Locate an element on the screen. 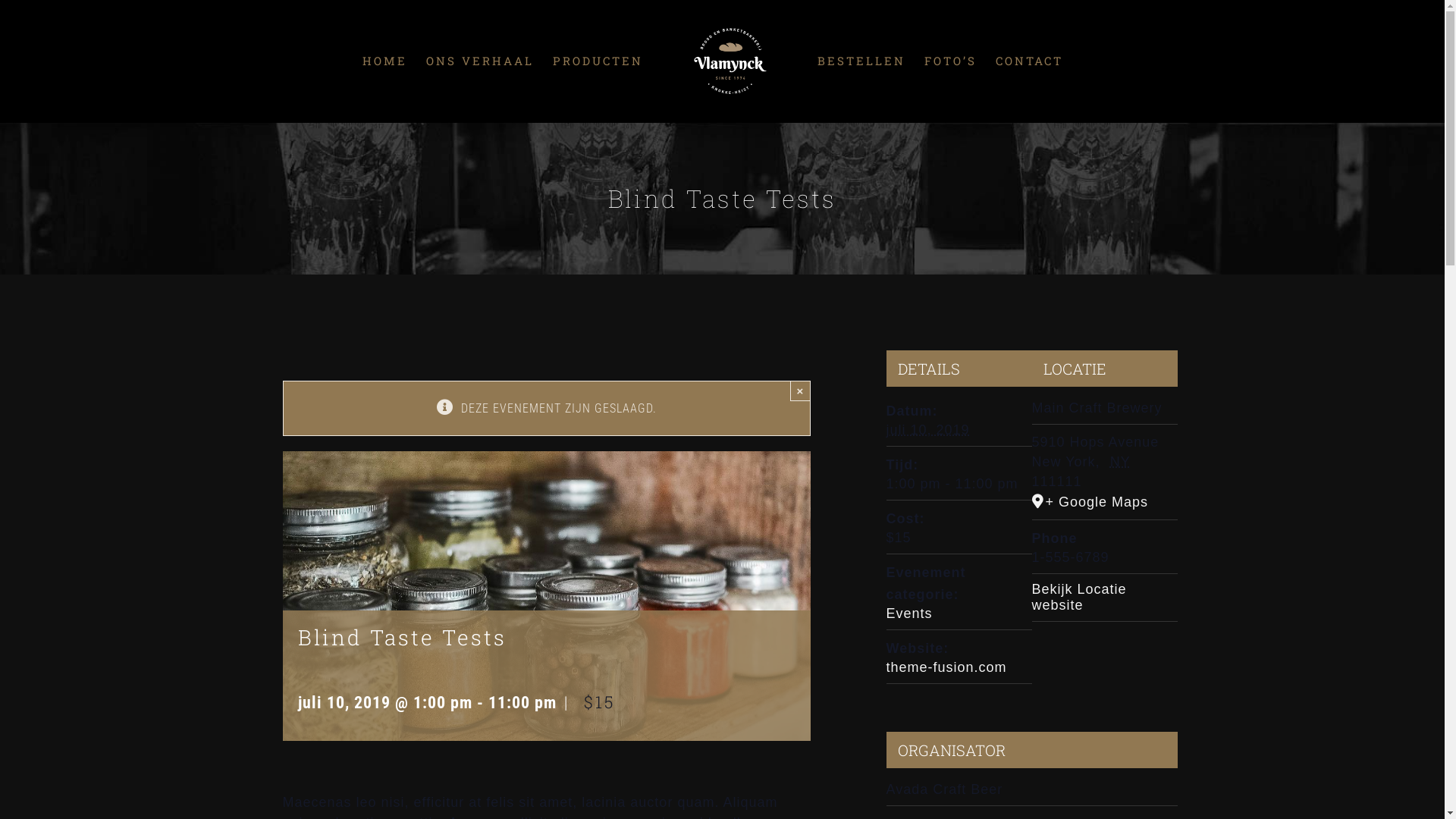 The width and height of the screenshot is (1456, 819). 'theme-fusion.com' is located at coordinates (945, 666).